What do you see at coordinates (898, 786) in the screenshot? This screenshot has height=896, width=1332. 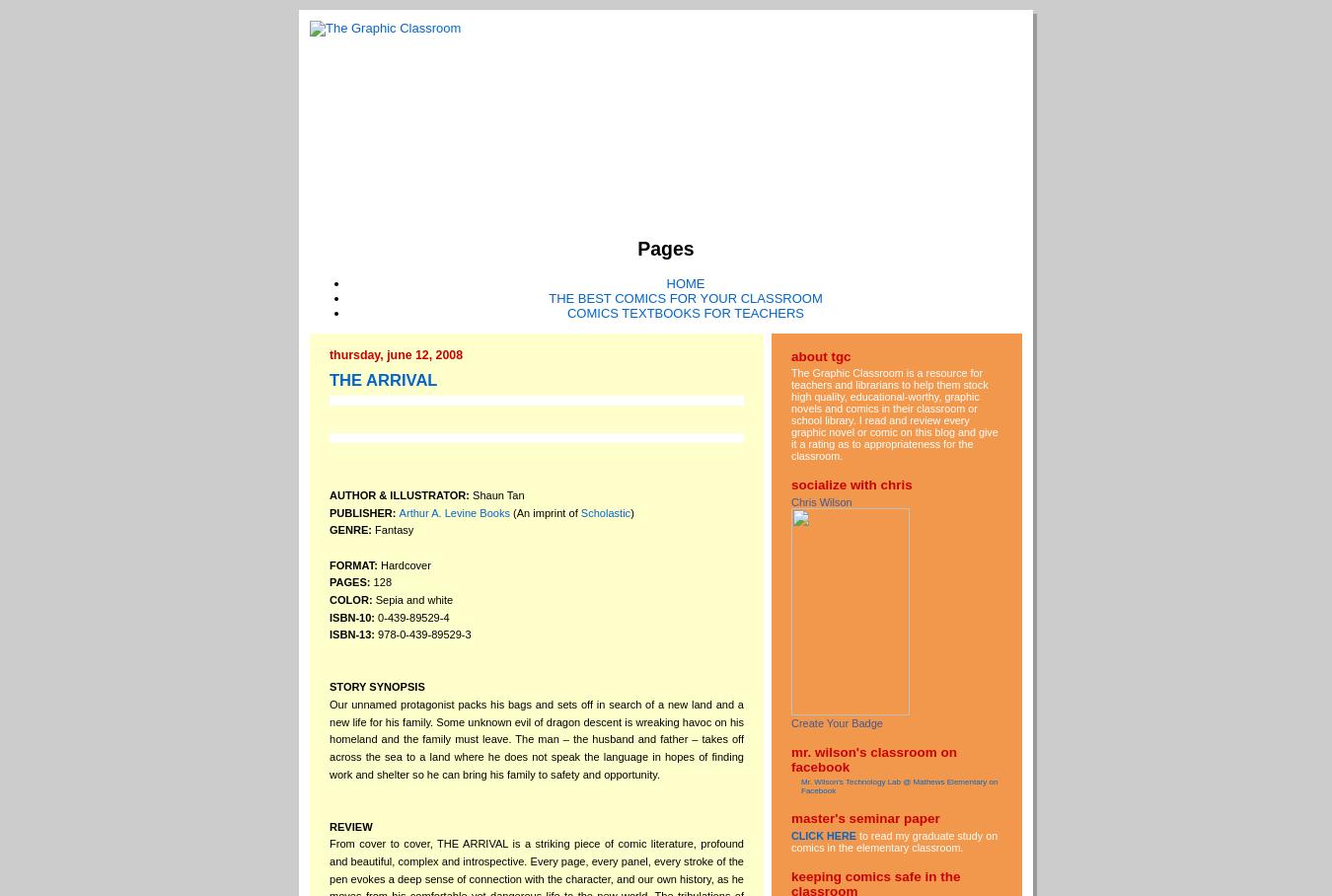 I see `'Mr. Wilson's Technology Lab @ Mathews Elementary on Facebook'` at bounding box center [898, 786].